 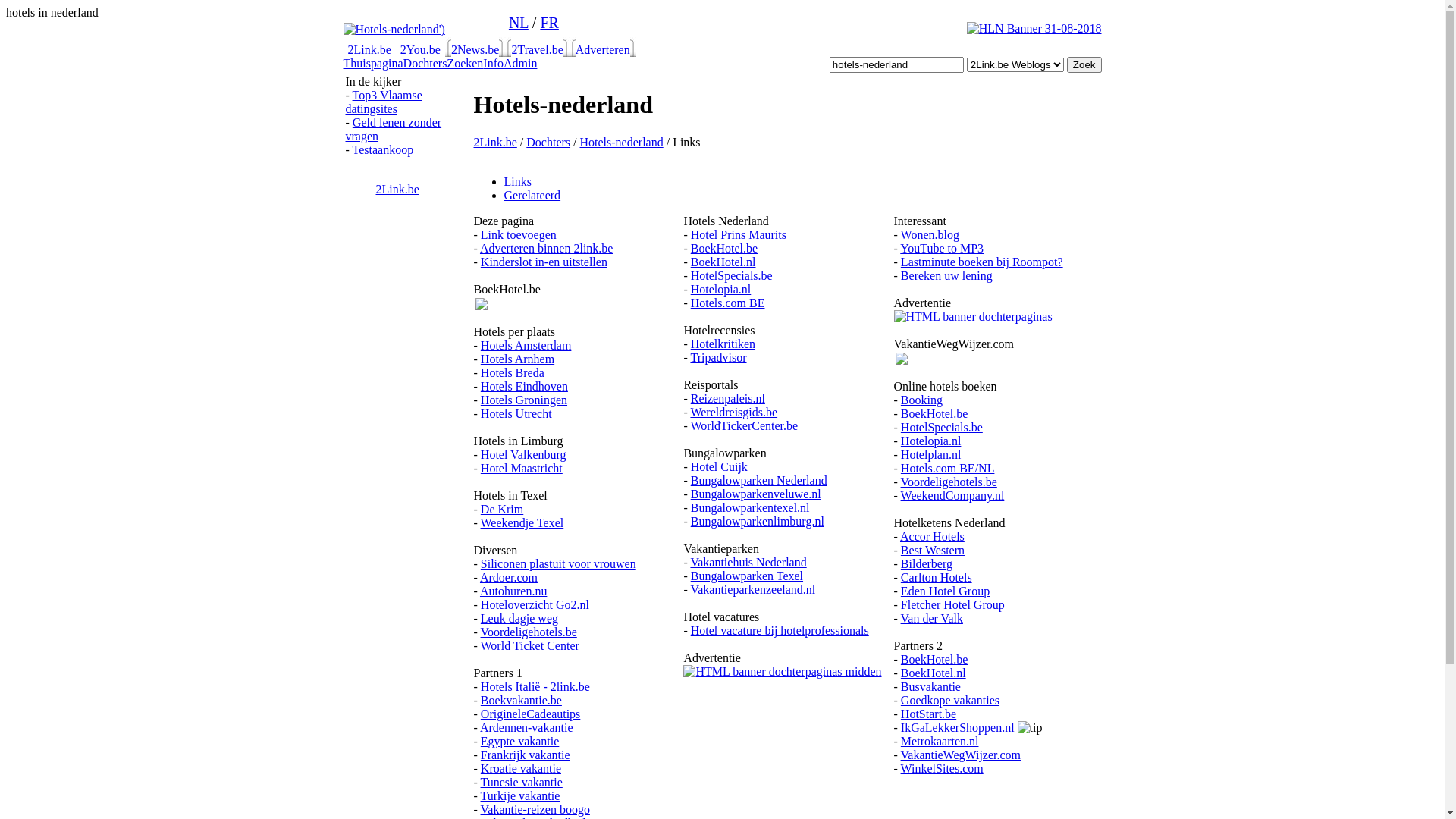 What do you see at coordinates (935, 577) in the screenshot?
I see `'Carlton Hotels'` at bounding box center [935, 577].